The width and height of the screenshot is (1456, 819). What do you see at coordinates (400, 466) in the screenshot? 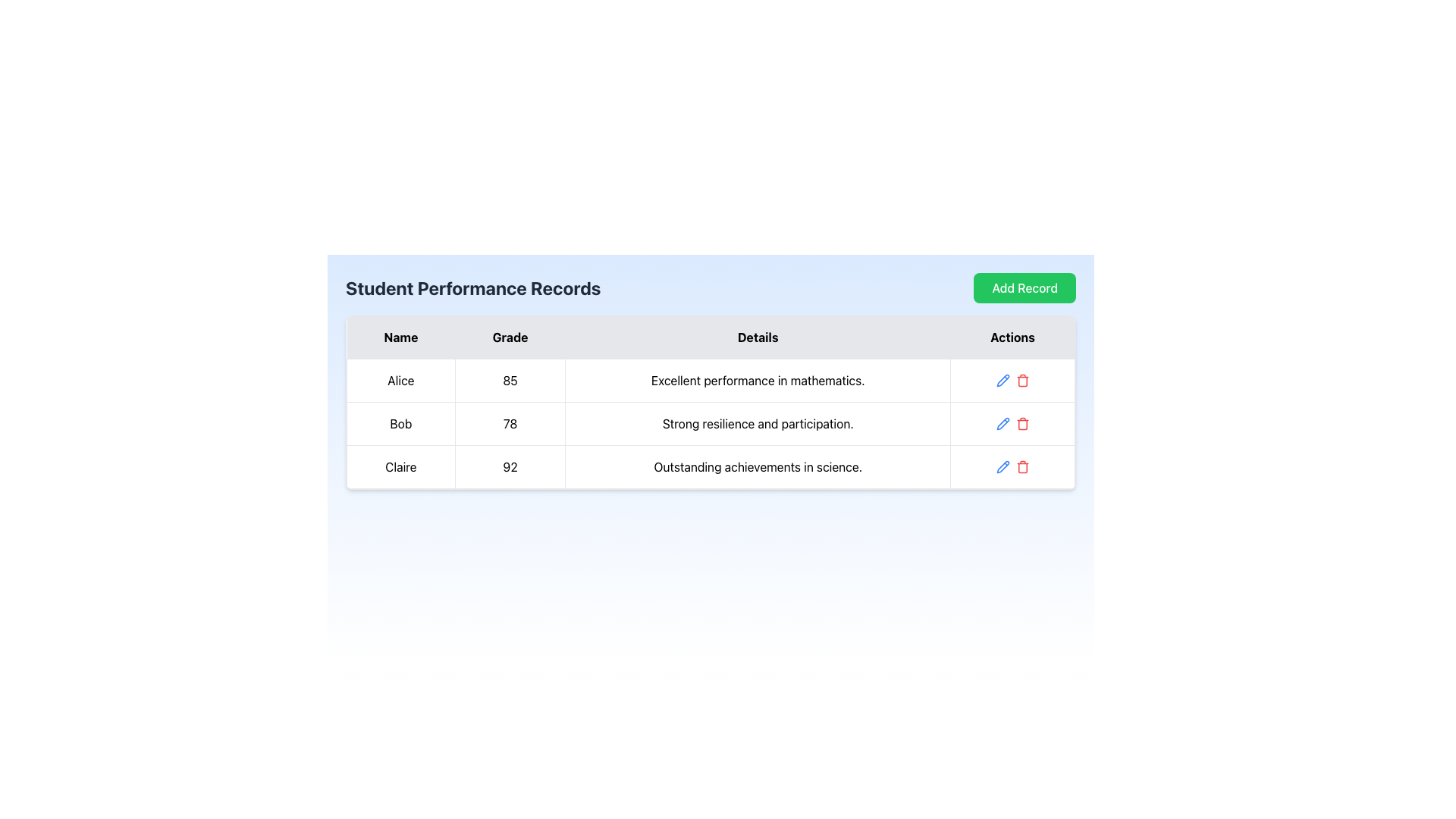
I see `the text label displaying the name 'Claire' in the third row of the records table under the 'Name' column` at bounding box center [400, 466].